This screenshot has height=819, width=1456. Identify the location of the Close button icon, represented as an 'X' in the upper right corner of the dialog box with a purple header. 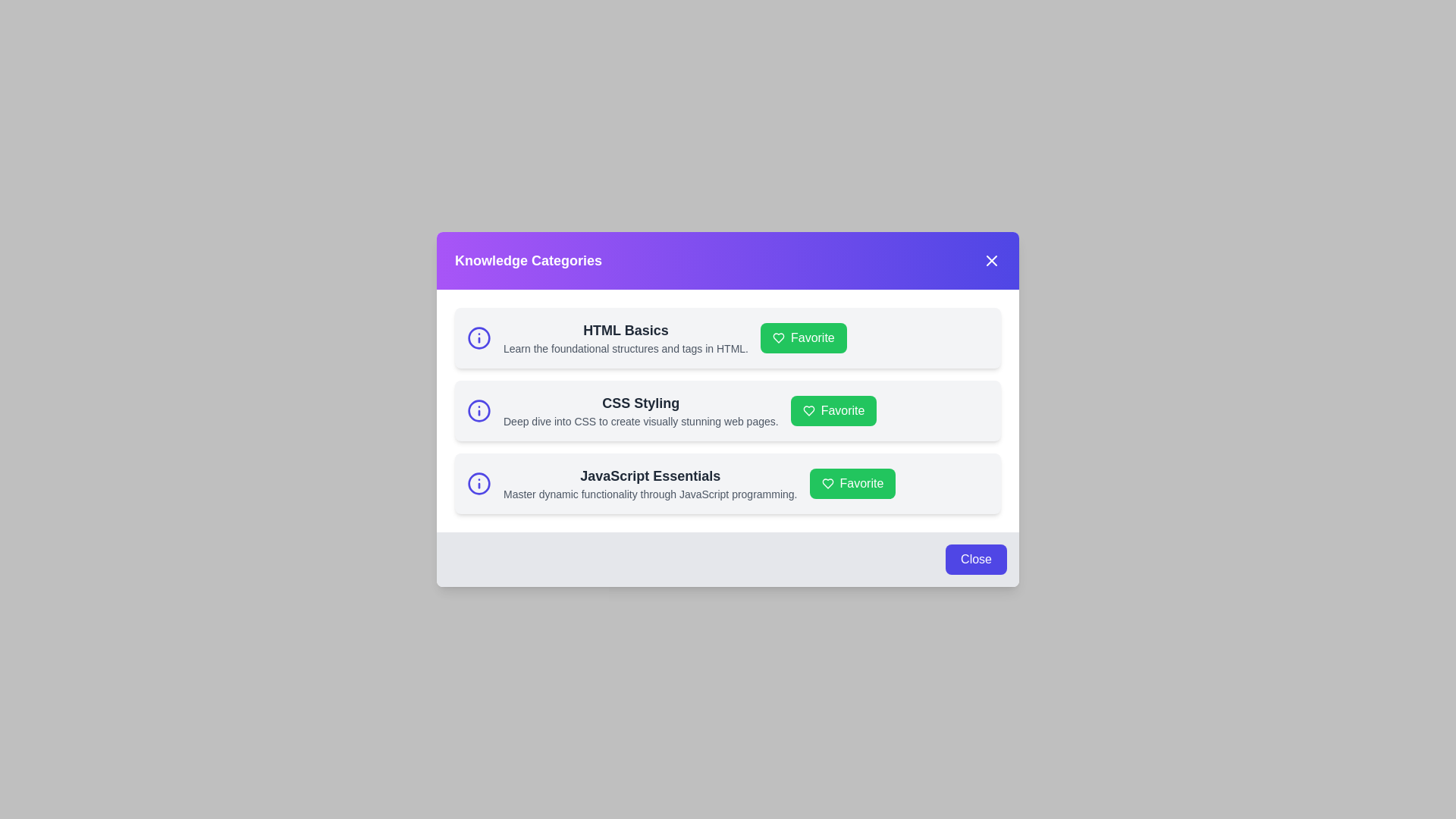
(992, 259).